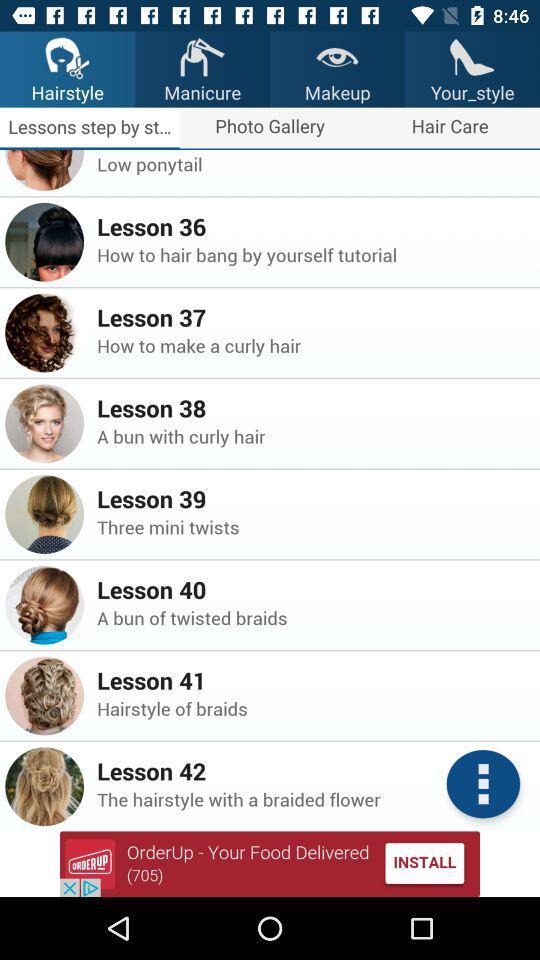  I want to click on the icon above the the hairstyle with, so click(312, 770).